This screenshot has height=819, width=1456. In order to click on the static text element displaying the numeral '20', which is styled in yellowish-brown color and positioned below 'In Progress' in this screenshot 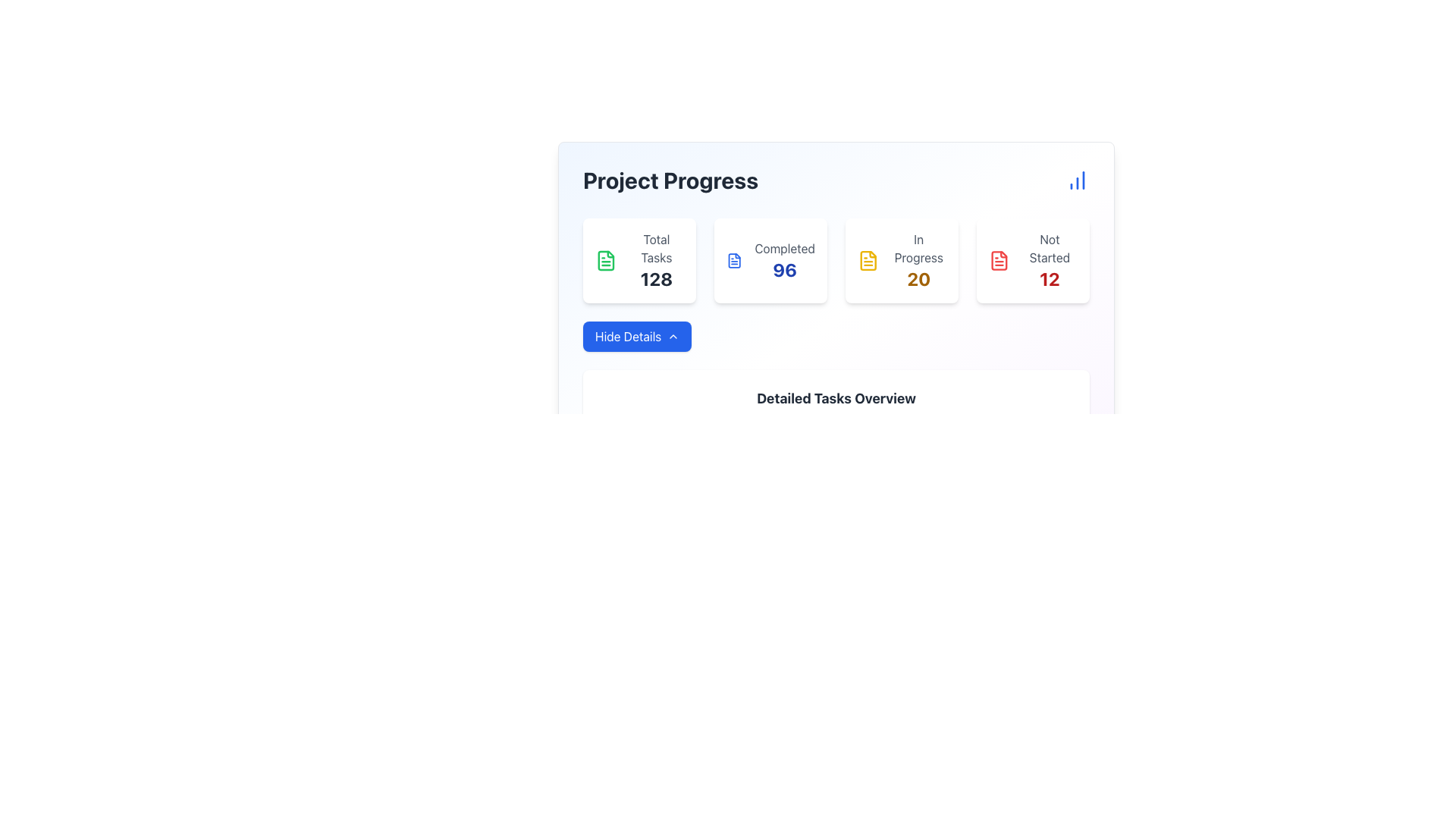, I will do `click(918, 278)`.